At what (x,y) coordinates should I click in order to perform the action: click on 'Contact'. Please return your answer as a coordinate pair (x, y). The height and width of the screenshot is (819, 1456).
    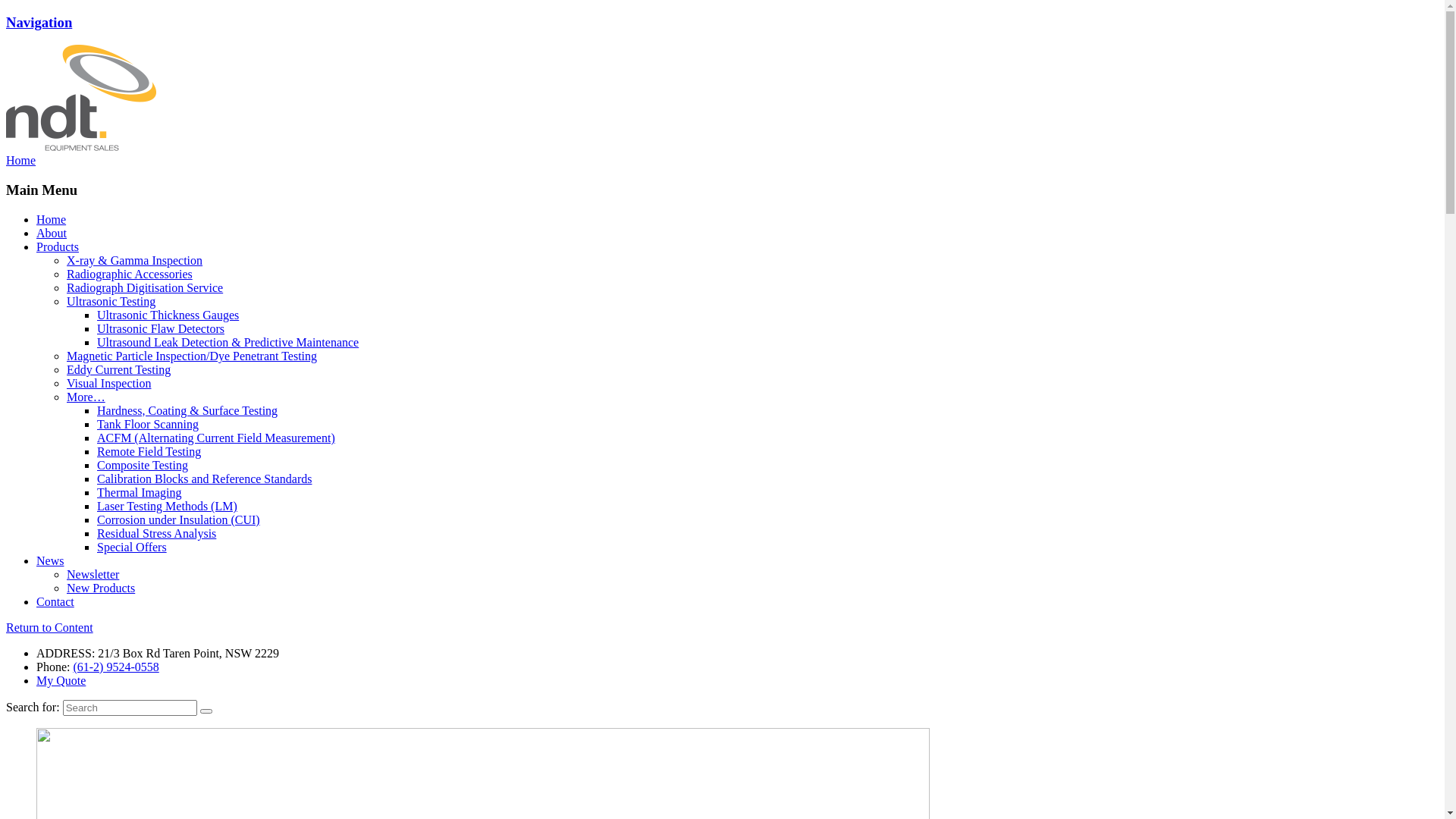
    Looking at the image, I should click on (55, 601).